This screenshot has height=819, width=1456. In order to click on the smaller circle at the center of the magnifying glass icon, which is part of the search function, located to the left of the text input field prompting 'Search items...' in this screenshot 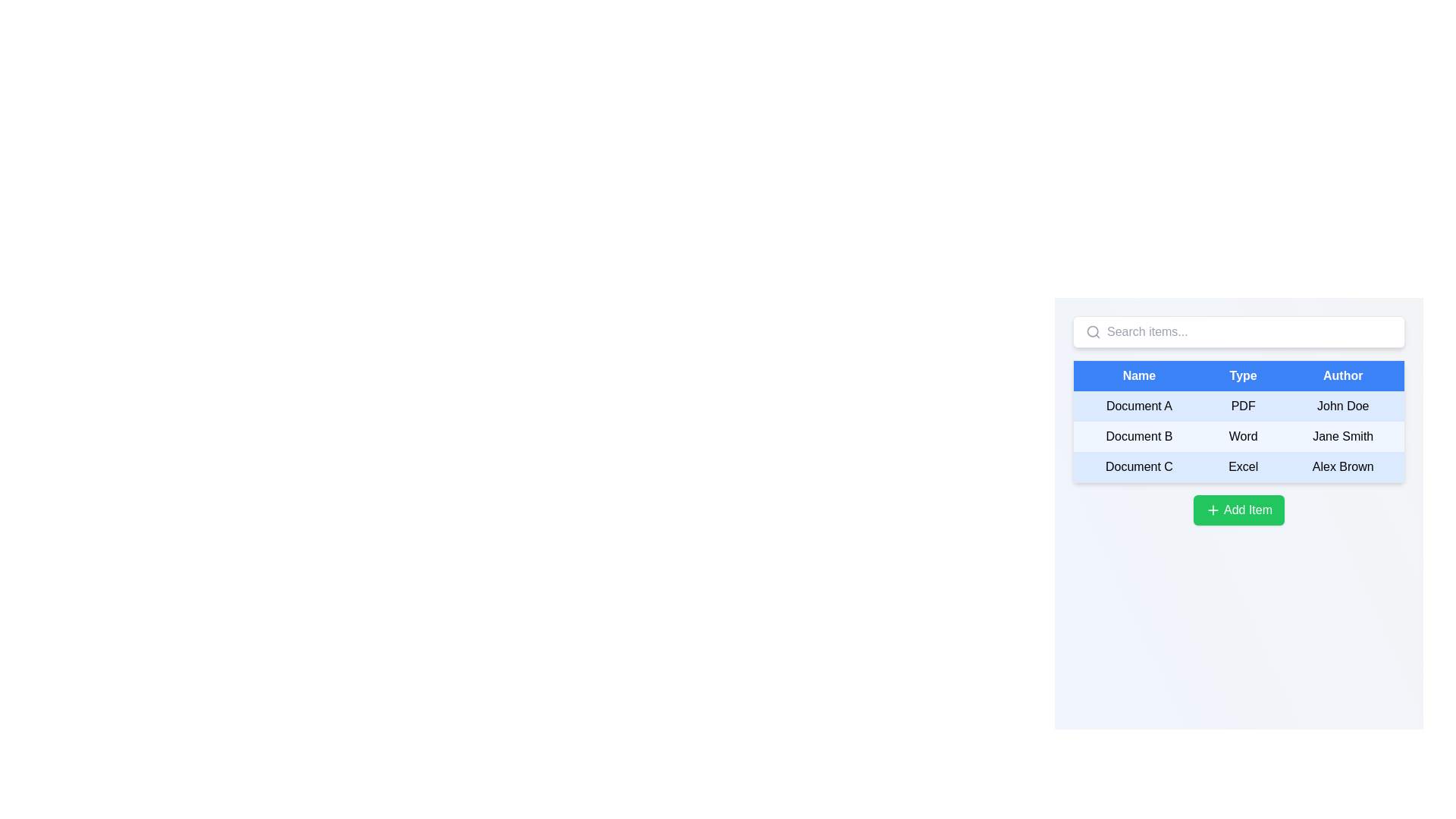, I will do `click(1093, 331)`.